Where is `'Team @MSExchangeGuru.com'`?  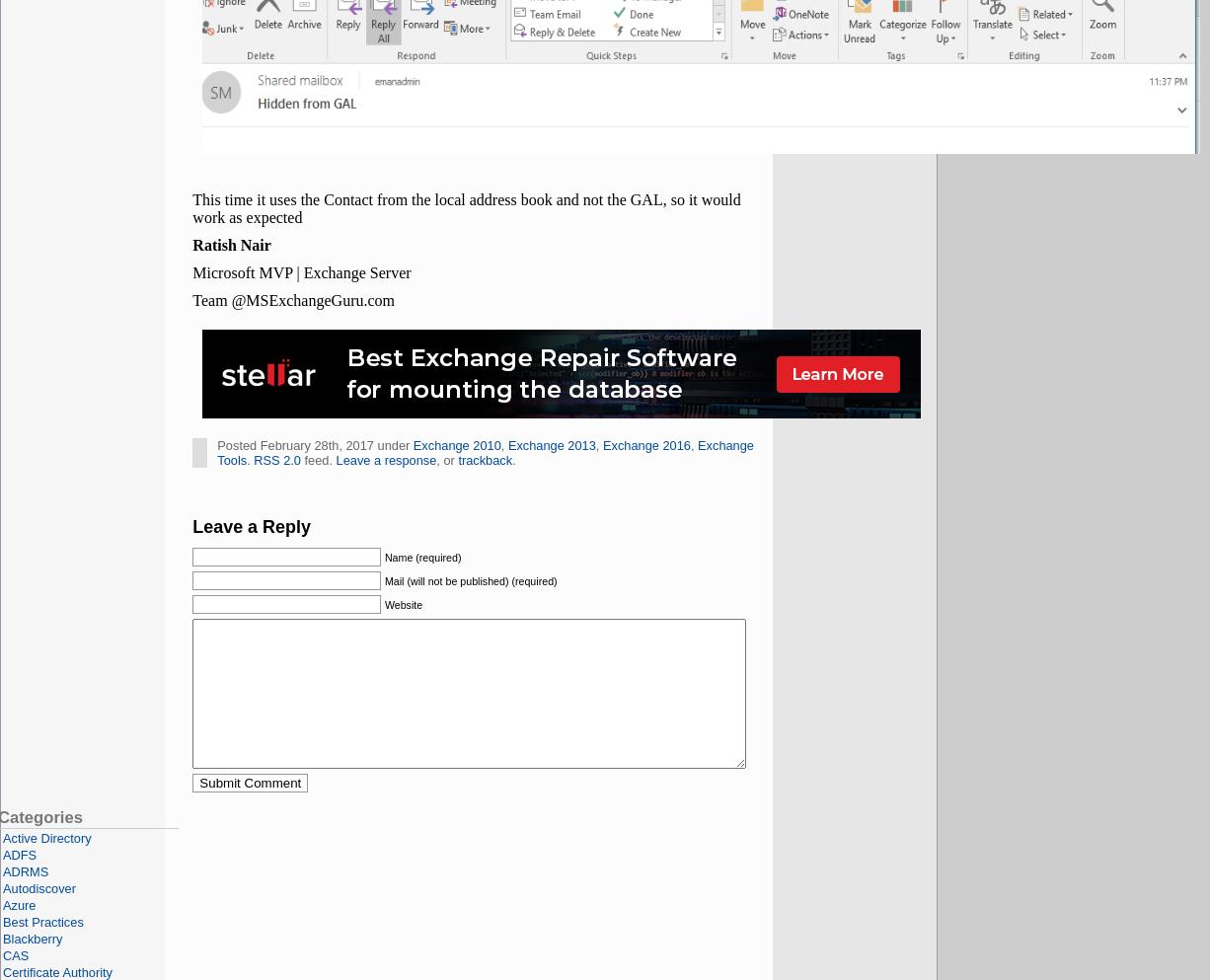 'Team @MSExchangeGuru.com' is located at coordinates (293, 300).